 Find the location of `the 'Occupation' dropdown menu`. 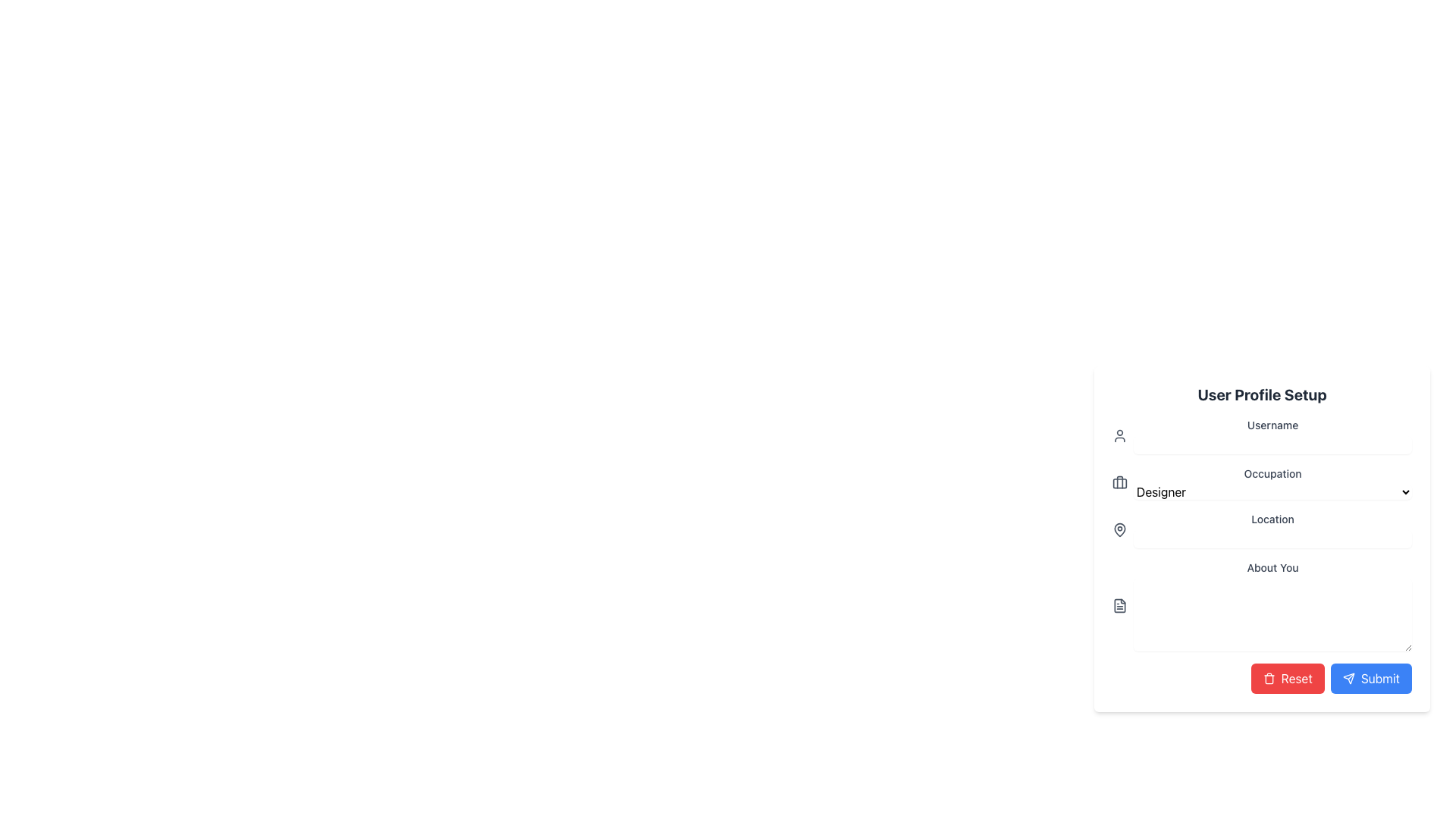

the 'Occupation' dropdown menu is located at coordinates (1262, 482).